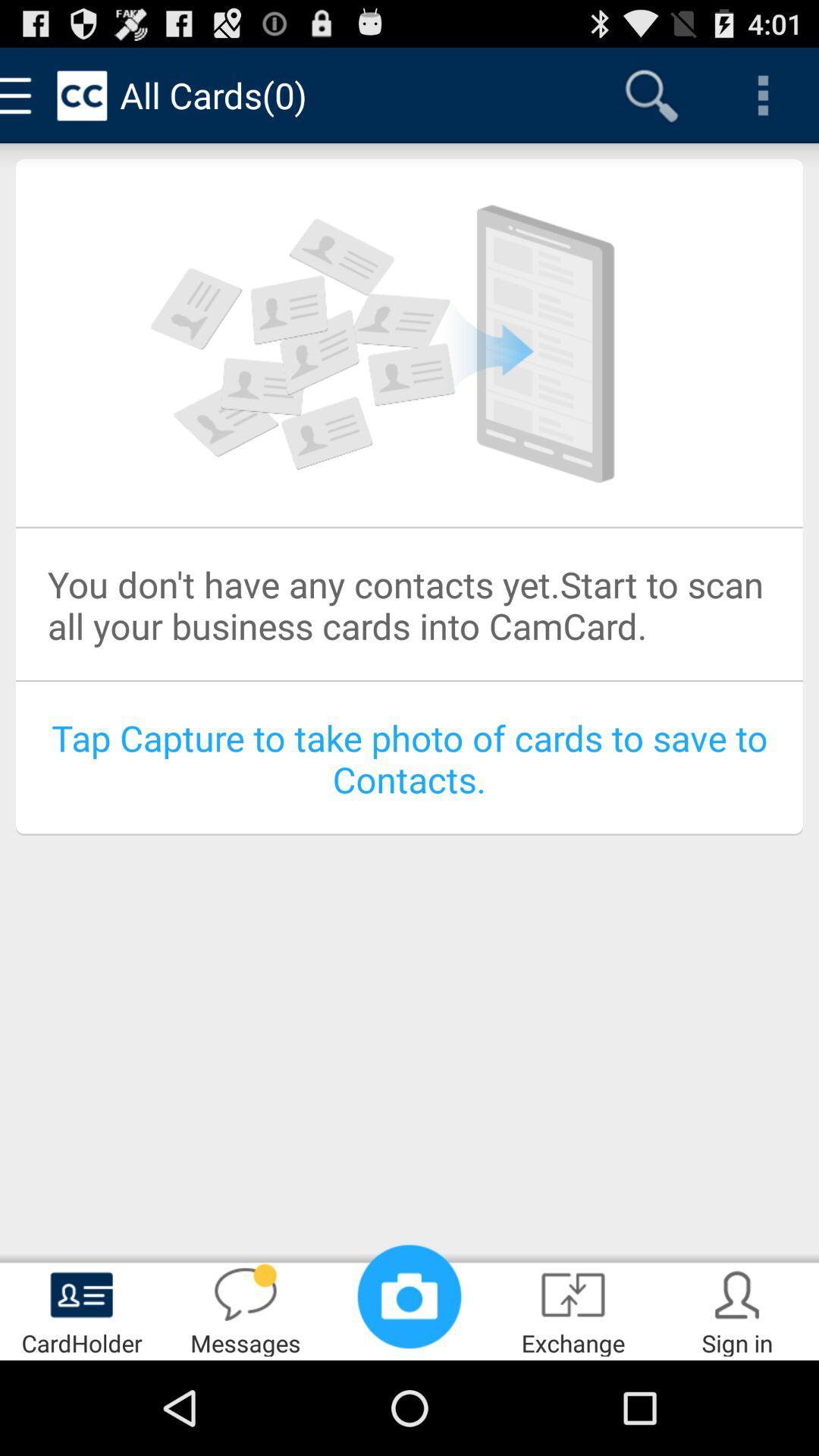  I want to click on item next to messages app, so click(409, 1295).